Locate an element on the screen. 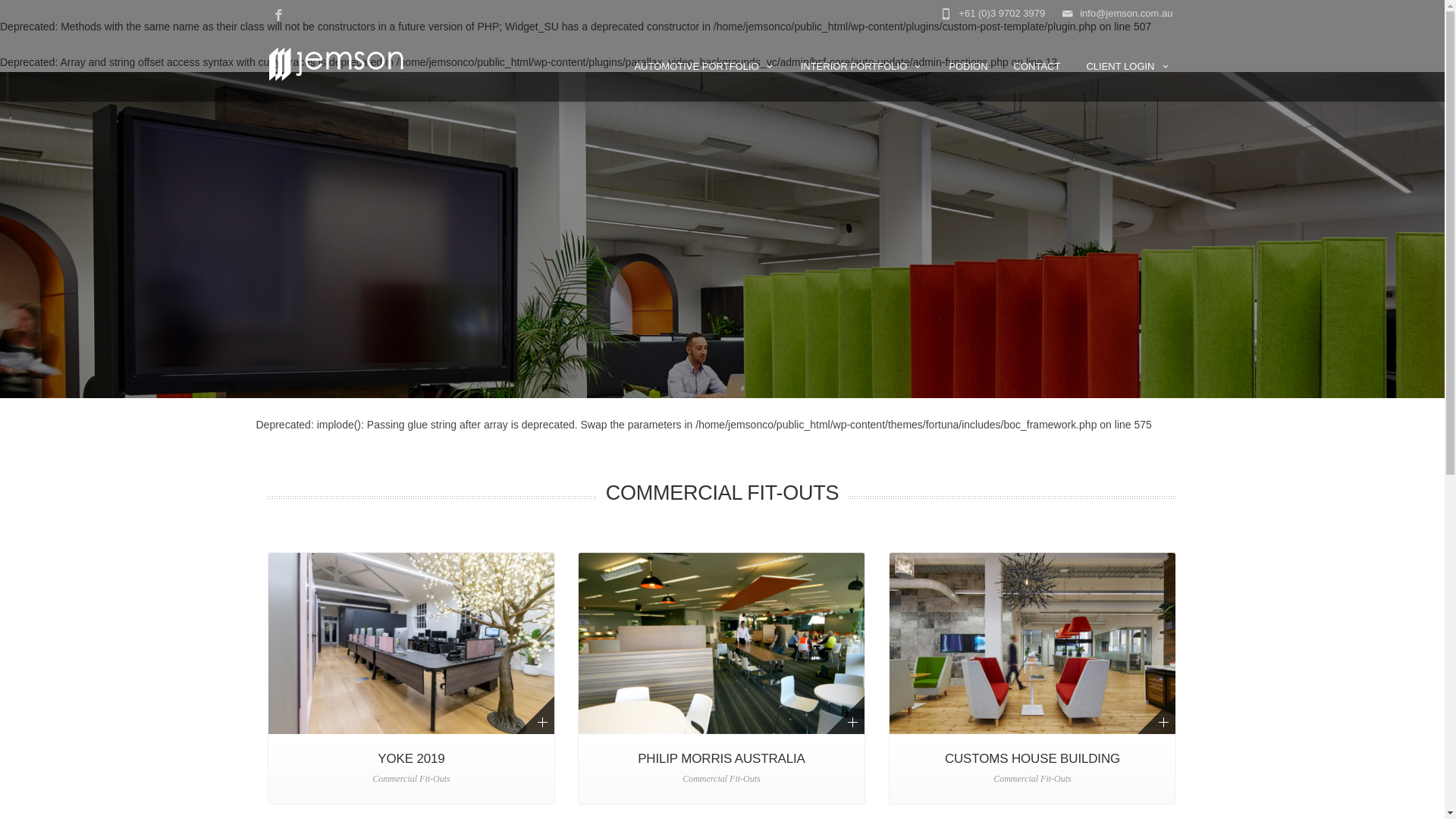 The image size is (1456, 819). 'PODION' is located at coordinates (967, 64).